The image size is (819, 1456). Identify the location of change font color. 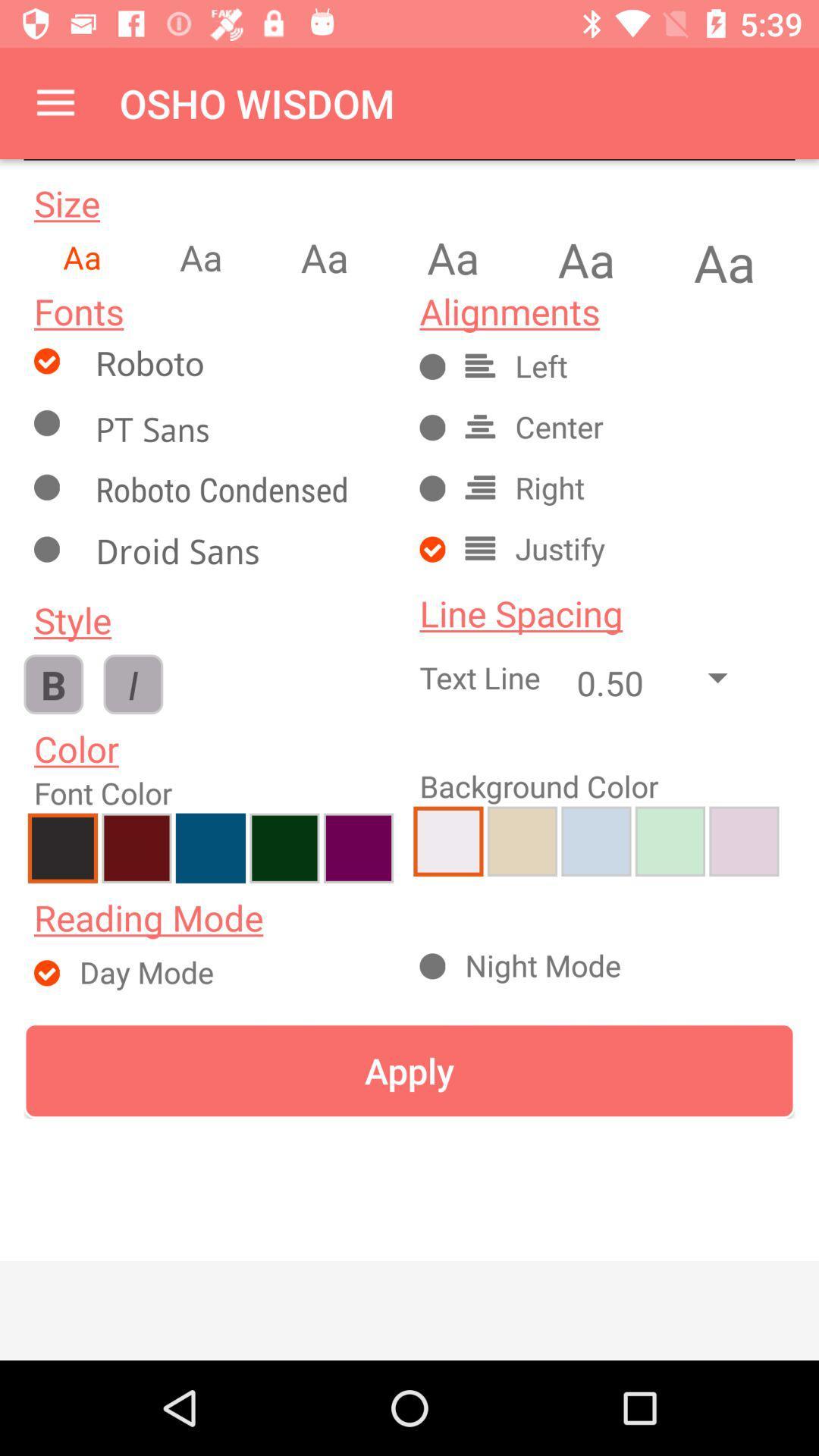
(136, 847).